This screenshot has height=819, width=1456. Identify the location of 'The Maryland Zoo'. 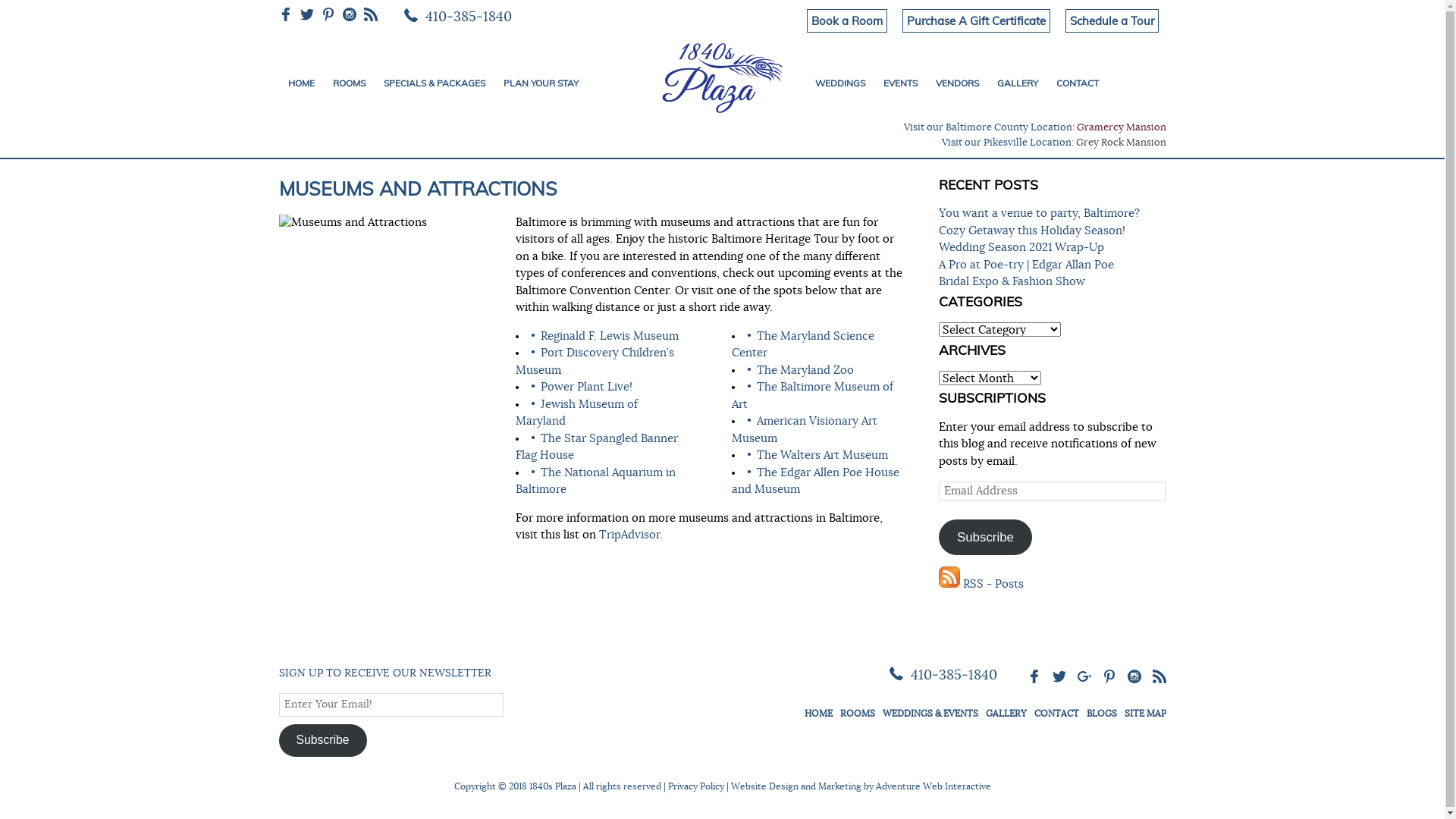
(757, 369).